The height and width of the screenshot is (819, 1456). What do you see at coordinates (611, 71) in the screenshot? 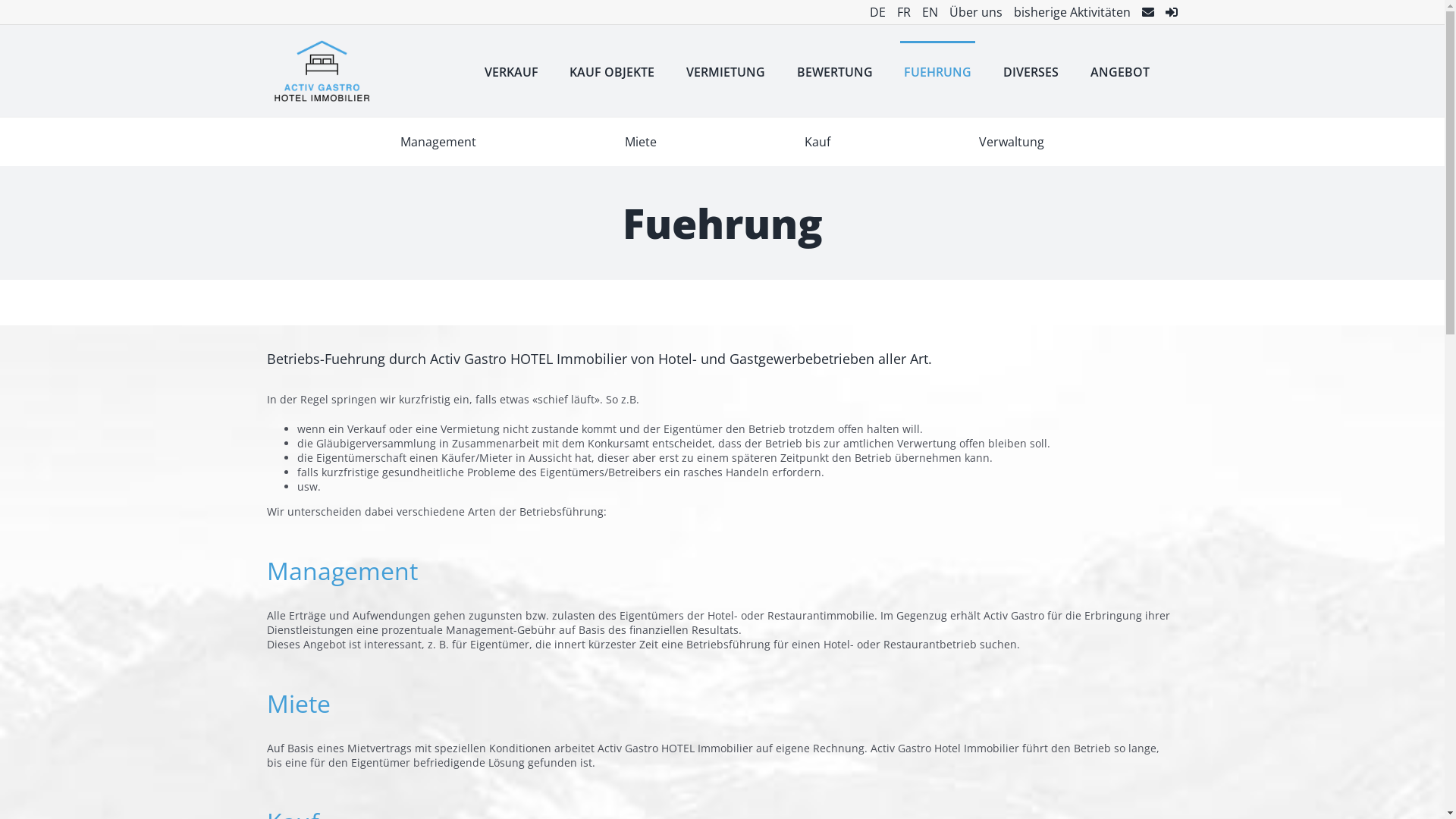
I see `'KAUF OBJEKTE'` at bounding box center [611, 71].